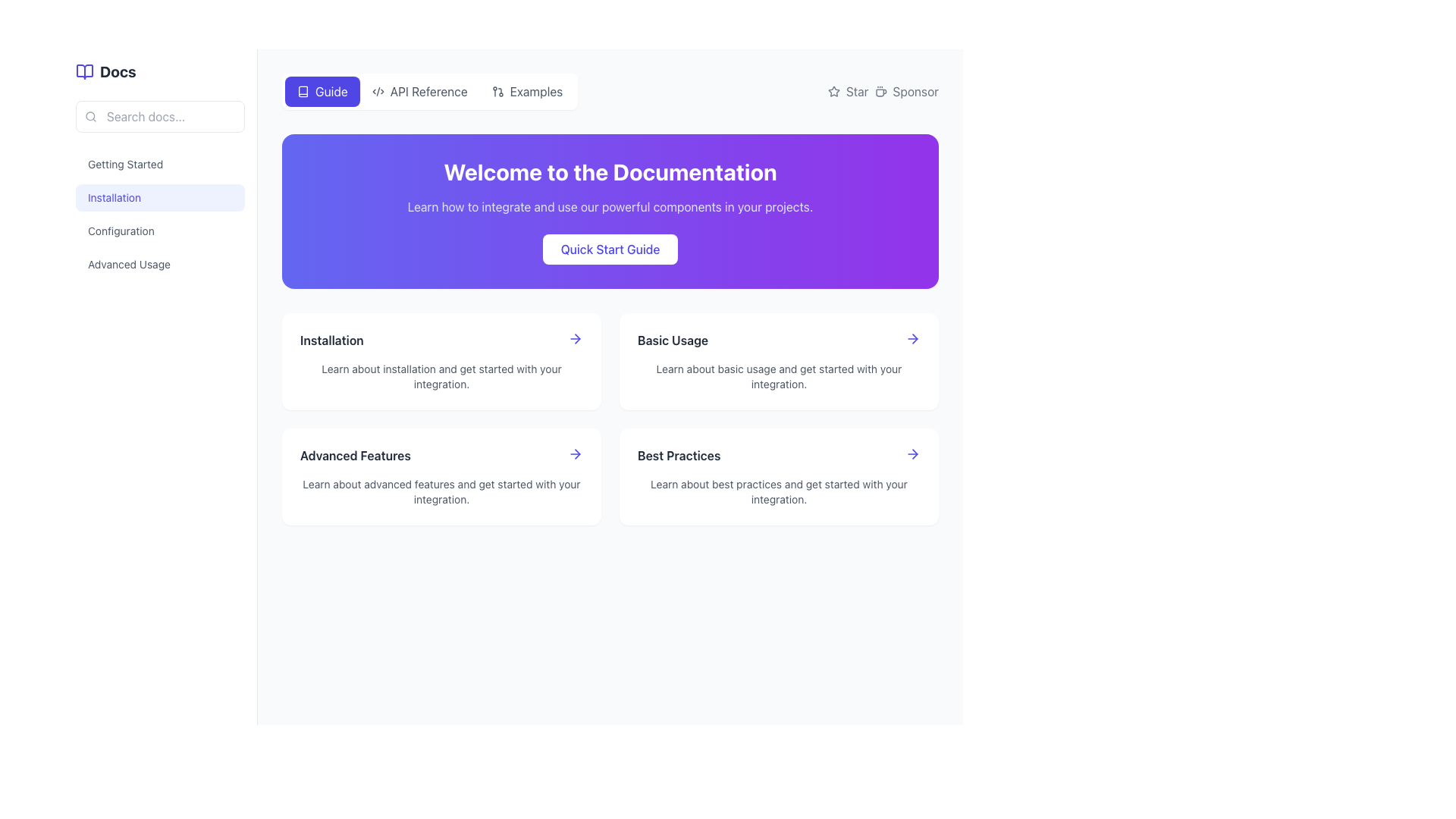 The width and height of the screenshot is (1456, 819). What do you see at coordinates (912, 338) in the screenshot?
I see `the rightward arrow icon, which is indigo blue and located to the far right of the 'Basic Usage' text` at bounding box center [912, 338].